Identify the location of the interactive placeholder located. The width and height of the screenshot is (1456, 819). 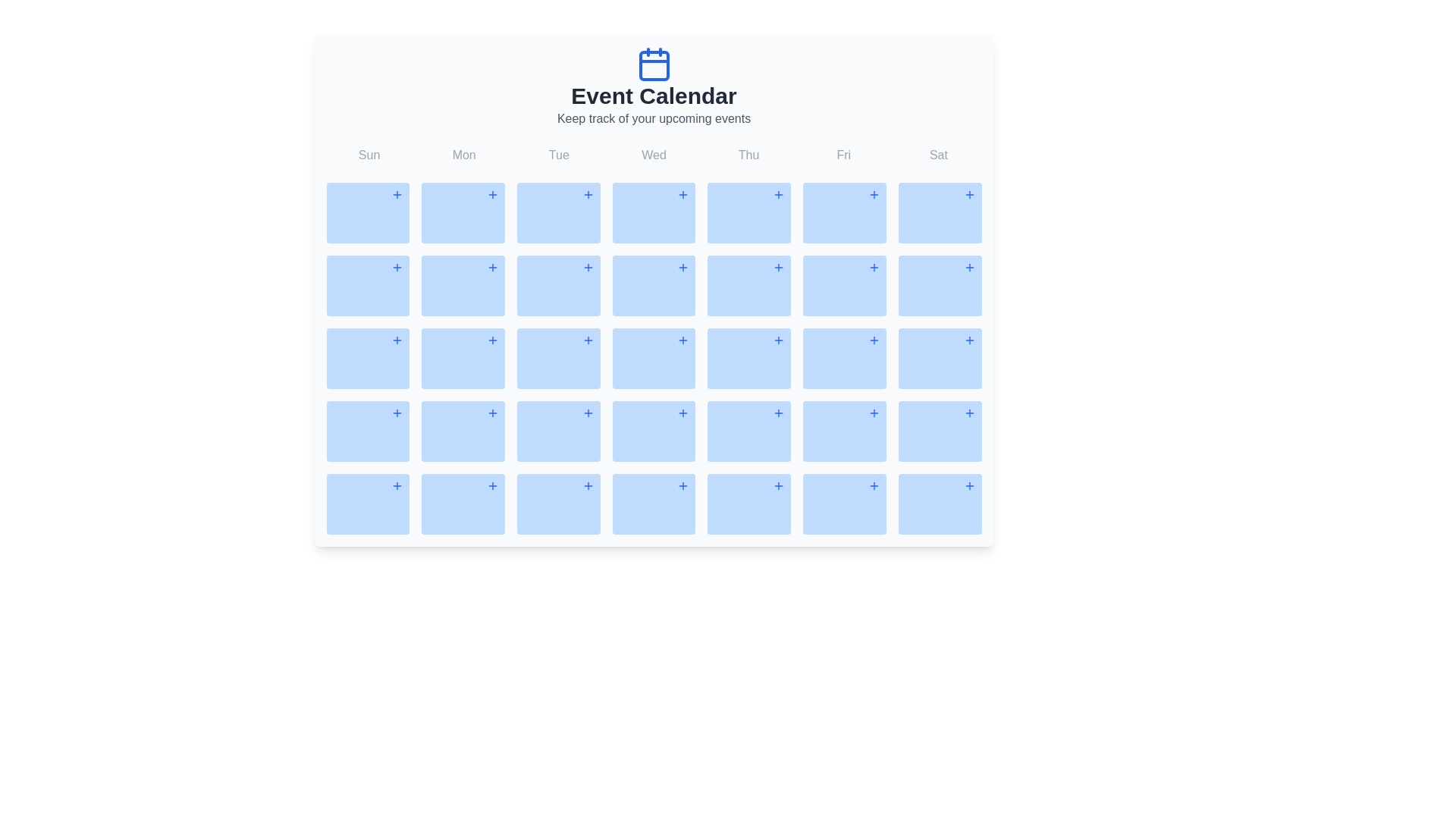
(939, 504).